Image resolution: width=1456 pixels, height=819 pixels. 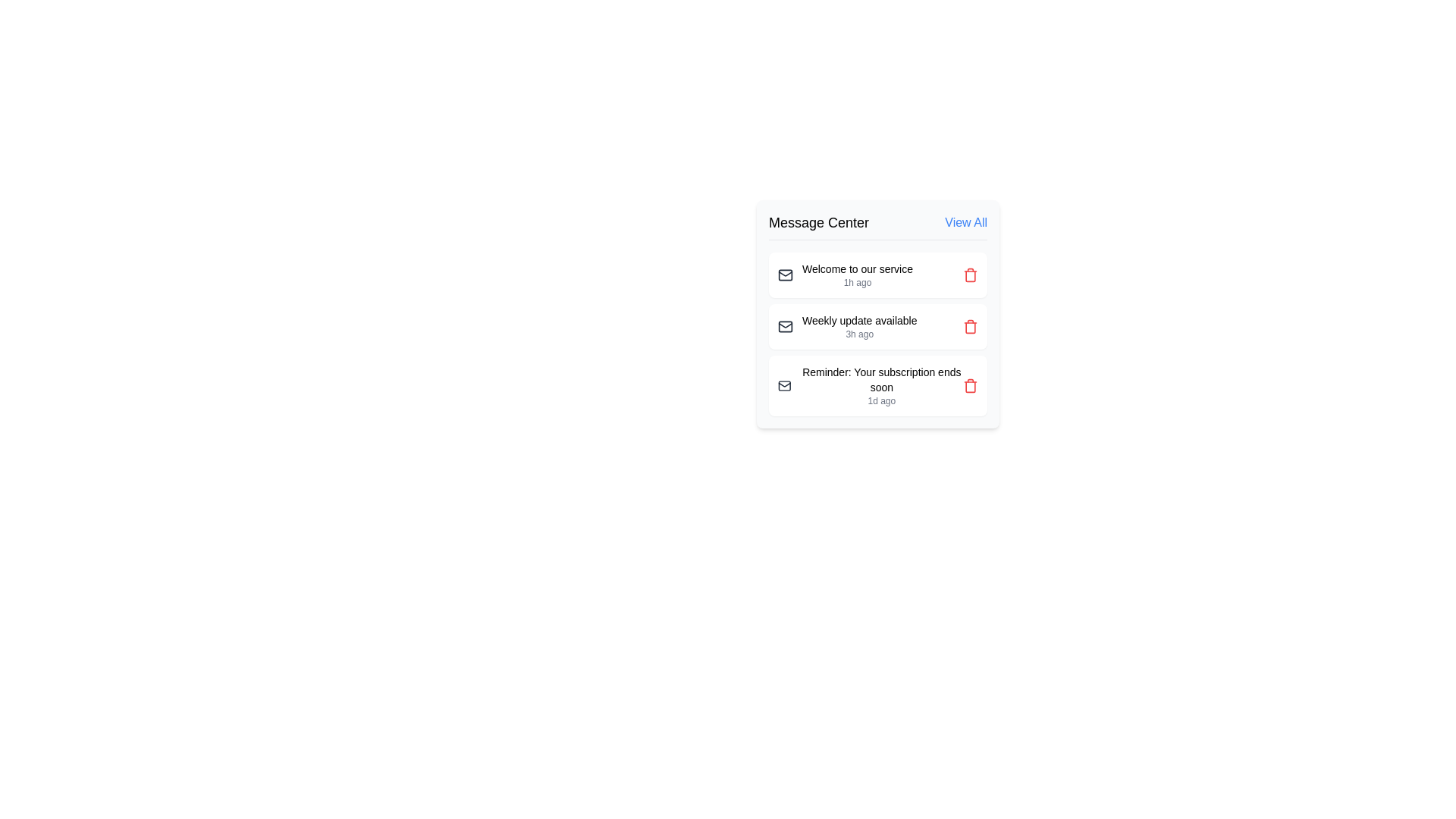 I want to click on the delete button associated with the 'Weekly update available' notification to check for a tooltip, so click(x=971, y=326).